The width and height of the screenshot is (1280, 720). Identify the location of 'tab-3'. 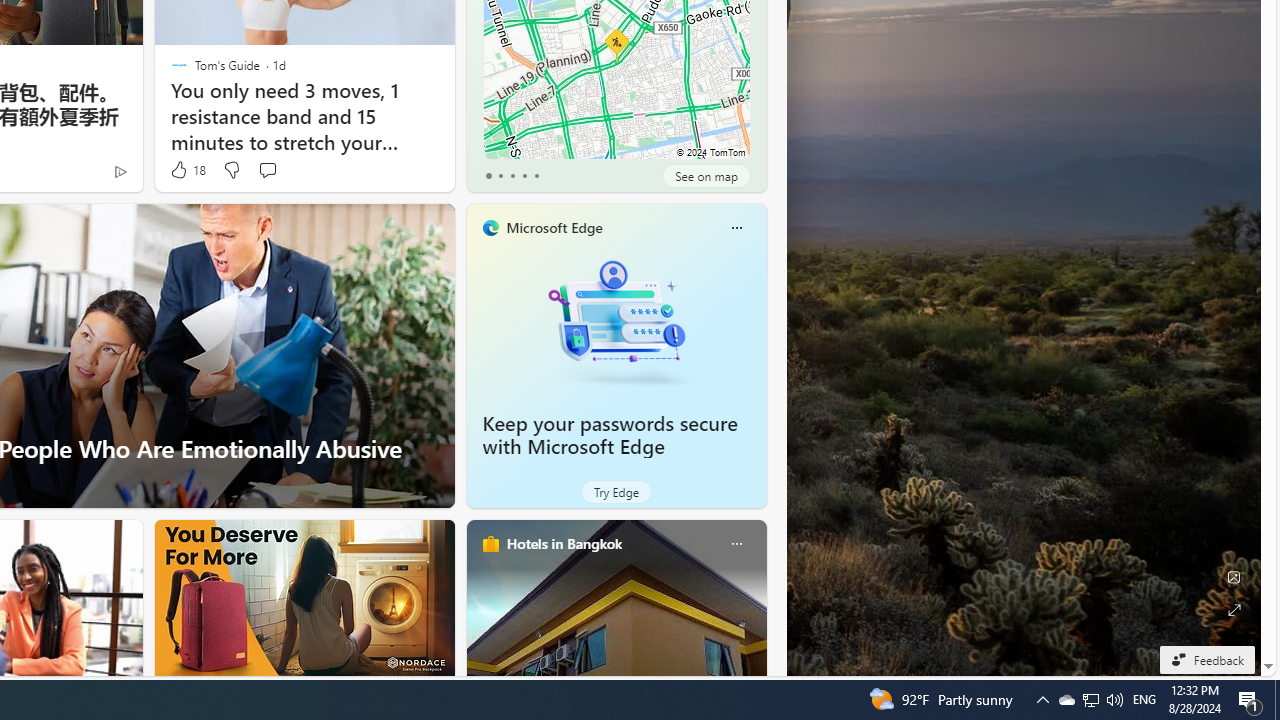
(524, 175).